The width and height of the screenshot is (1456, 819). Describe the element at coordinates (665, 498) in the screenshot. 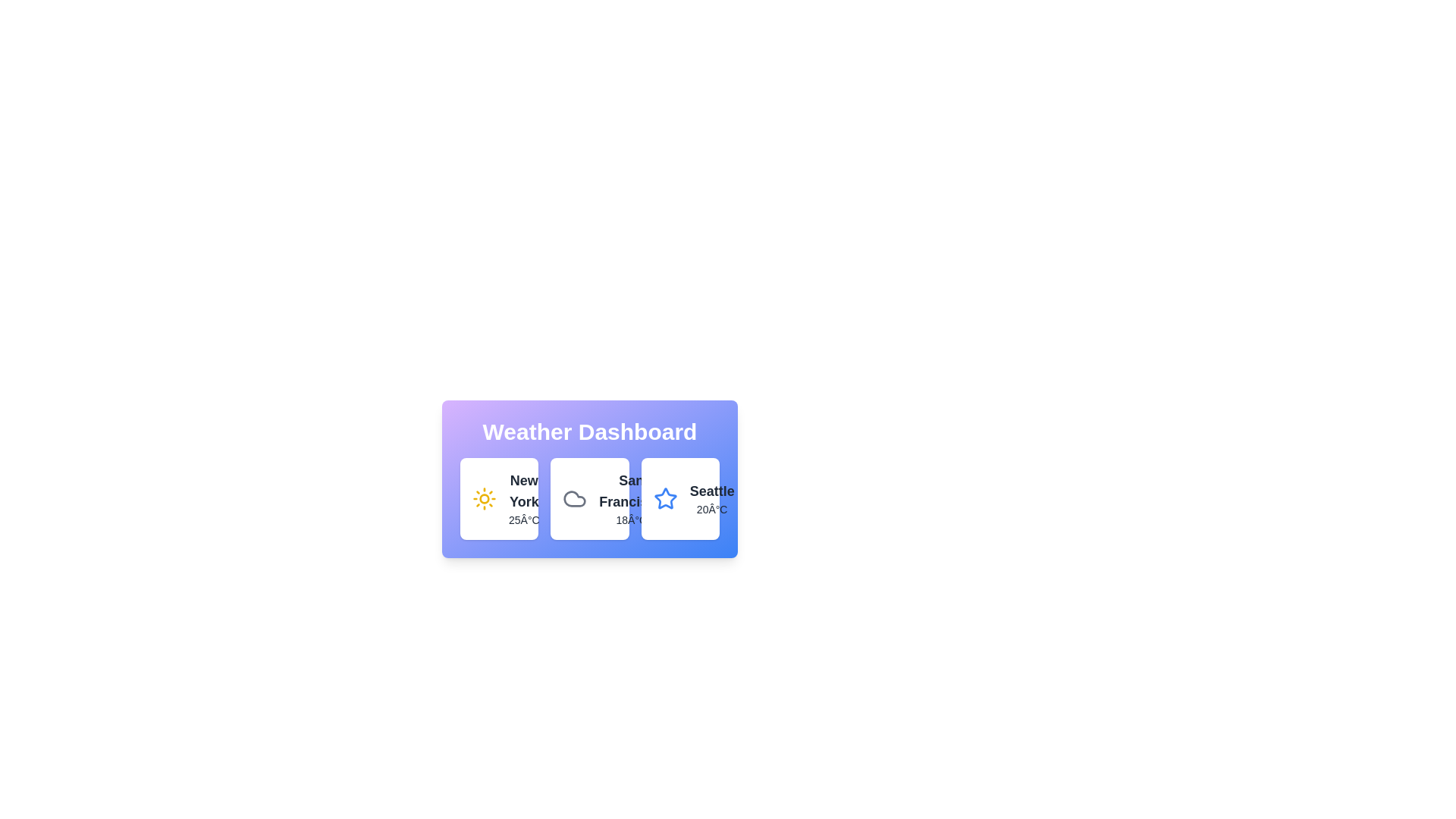

I see `the star icon` at that location.